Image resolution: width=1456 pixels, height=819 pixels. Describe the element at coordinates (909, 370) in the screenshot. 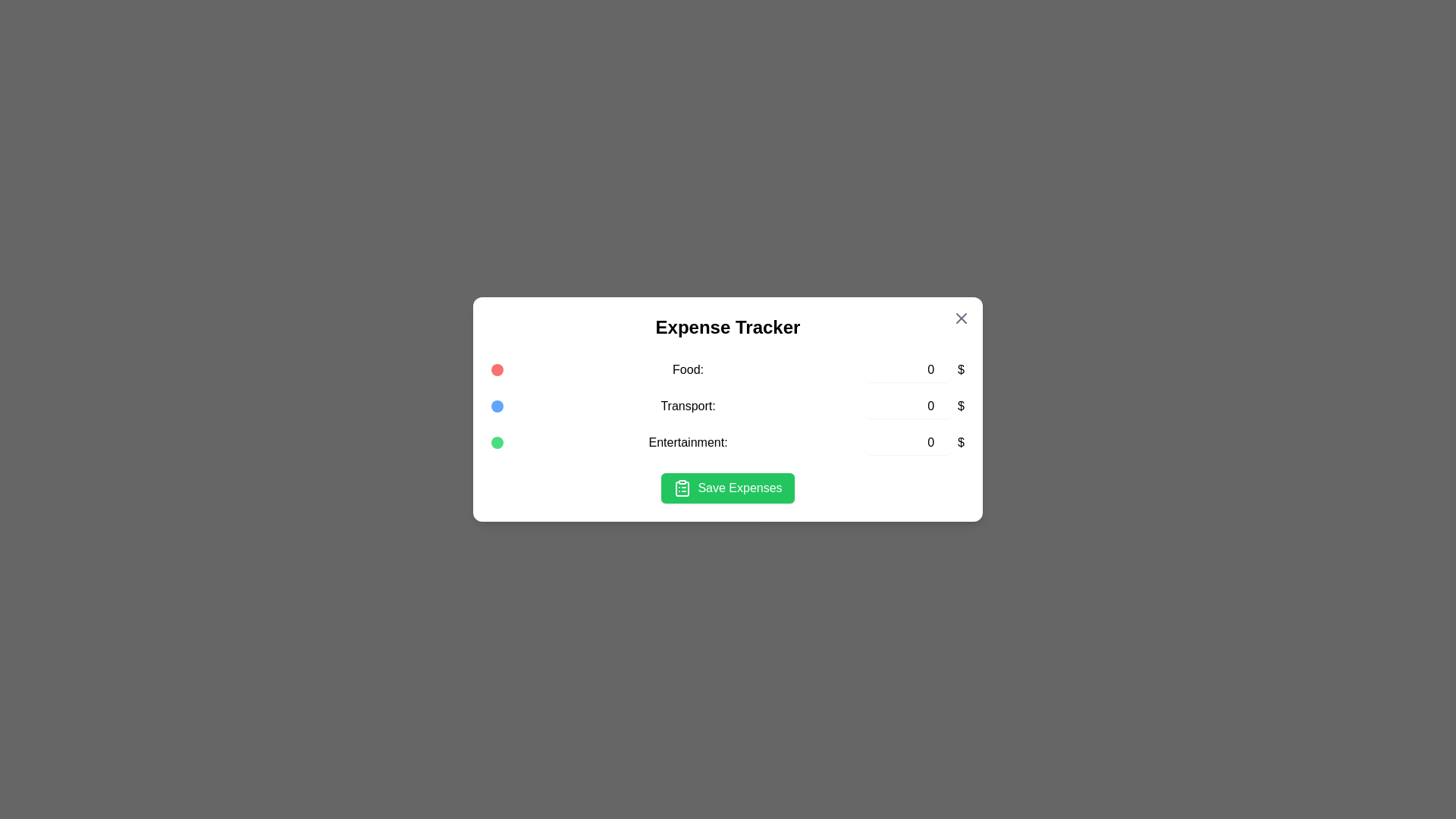

I see `the expense amount for the 'Food' category to 5659` at that location.